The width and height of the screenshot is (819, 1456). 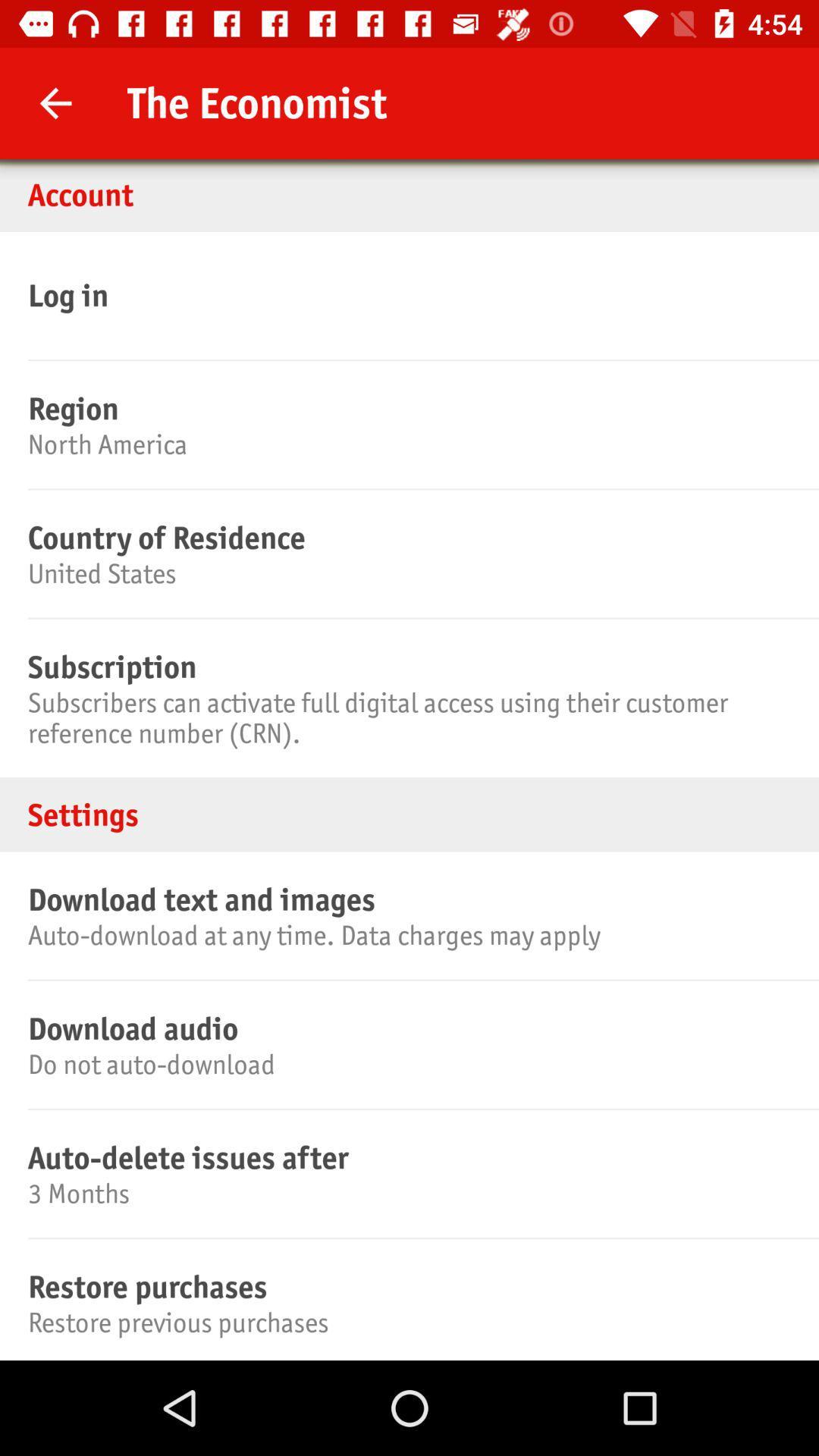 What do you see at coordinates (406, 899) in the screenshot?
I see `icon below settings` at bounding box center [406, 899].